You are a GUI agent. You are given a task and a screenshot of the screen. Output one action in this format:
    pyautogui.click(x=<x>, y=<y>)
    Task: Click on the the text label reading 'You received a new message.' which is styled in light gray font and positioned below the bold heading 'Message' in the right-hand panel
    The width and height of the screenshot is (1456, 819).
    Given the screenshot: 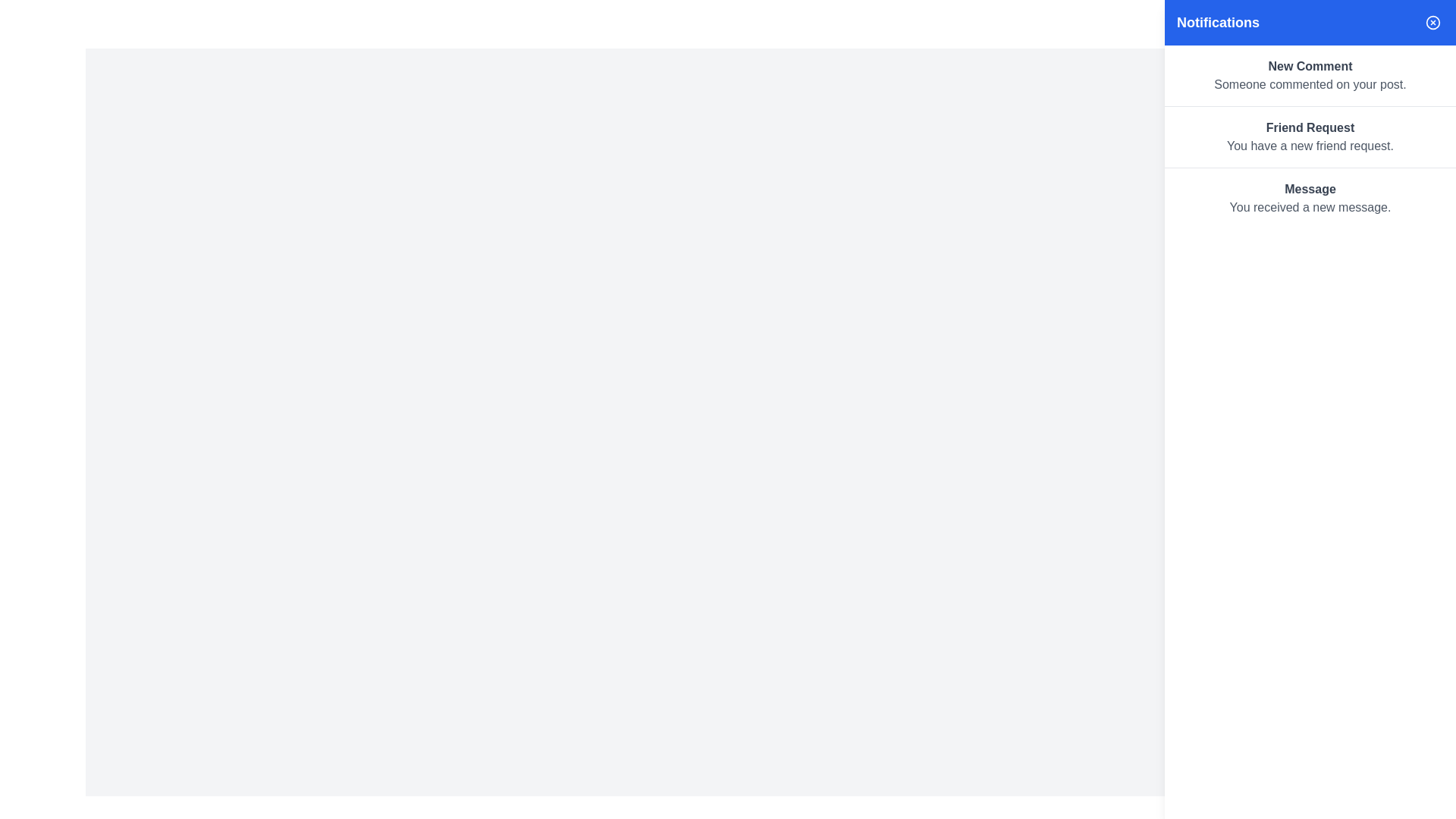 What is the action you would take?
    pyautogui.click(x=1310, y=207)
    